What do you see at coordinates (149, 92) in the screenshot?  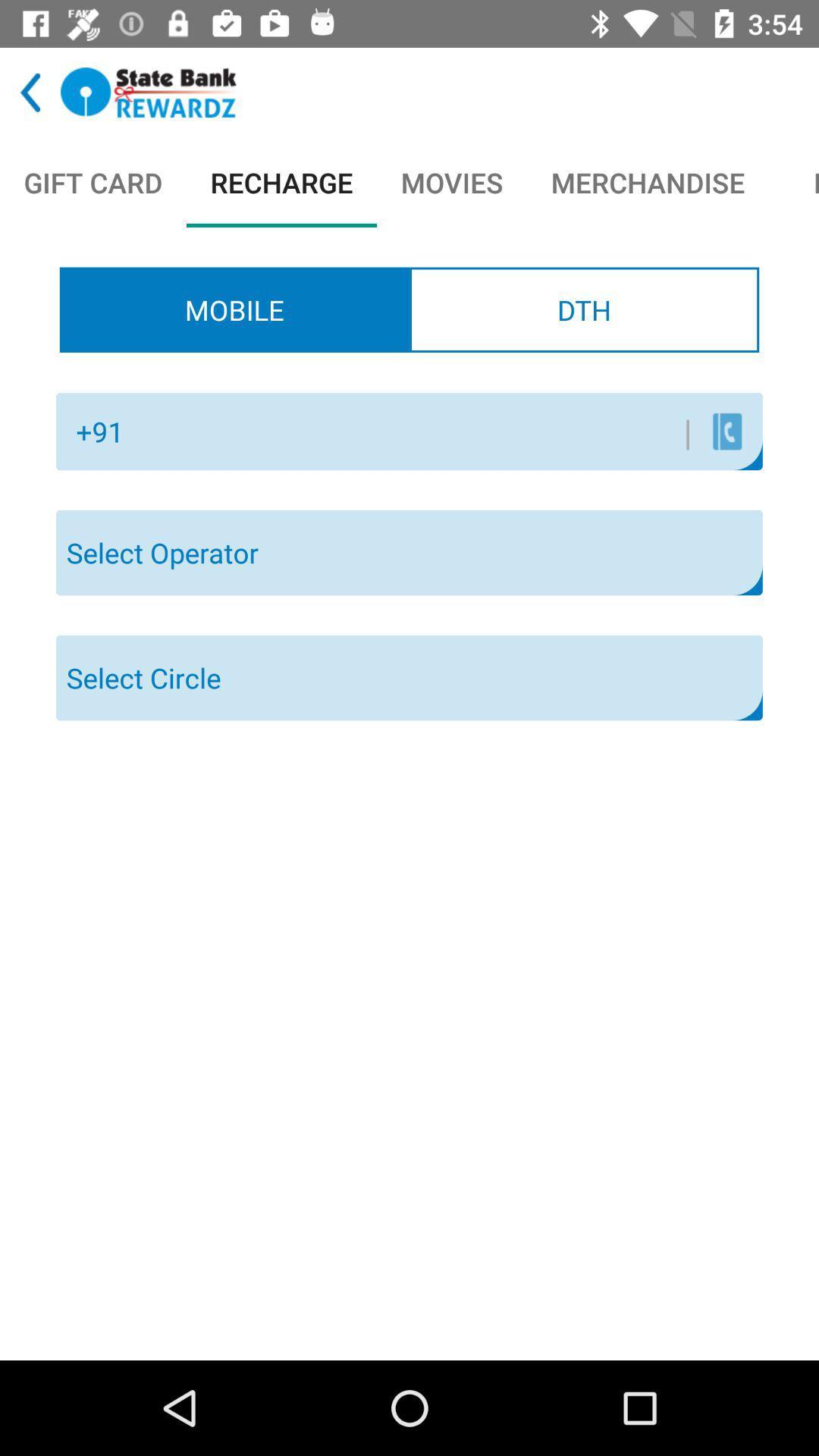 I see `tap to go to webpage` at bounding box center [149, 92].